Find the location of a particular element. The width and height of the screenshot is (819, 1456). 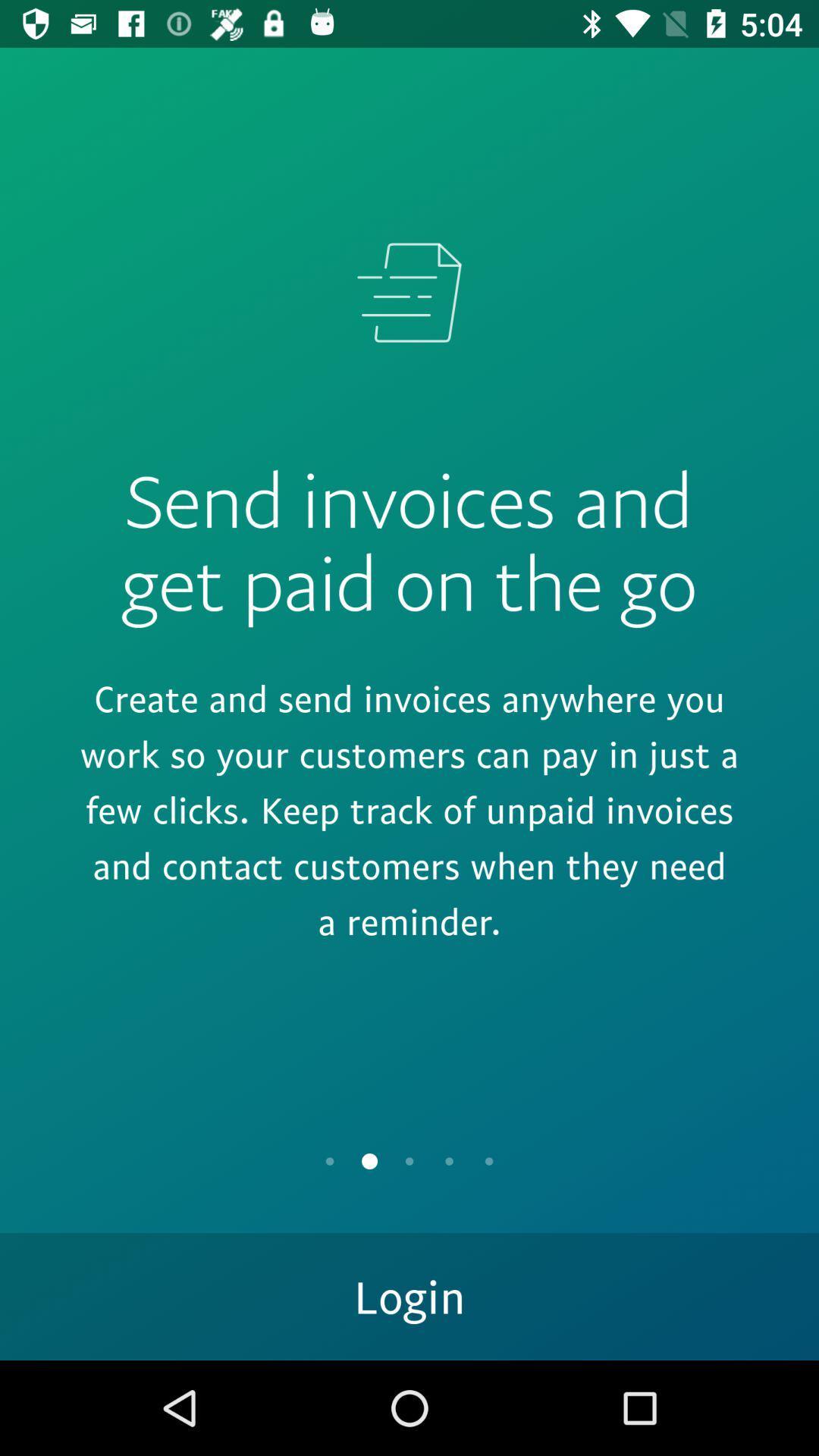

login icon is located at coordinates (409, 1295).